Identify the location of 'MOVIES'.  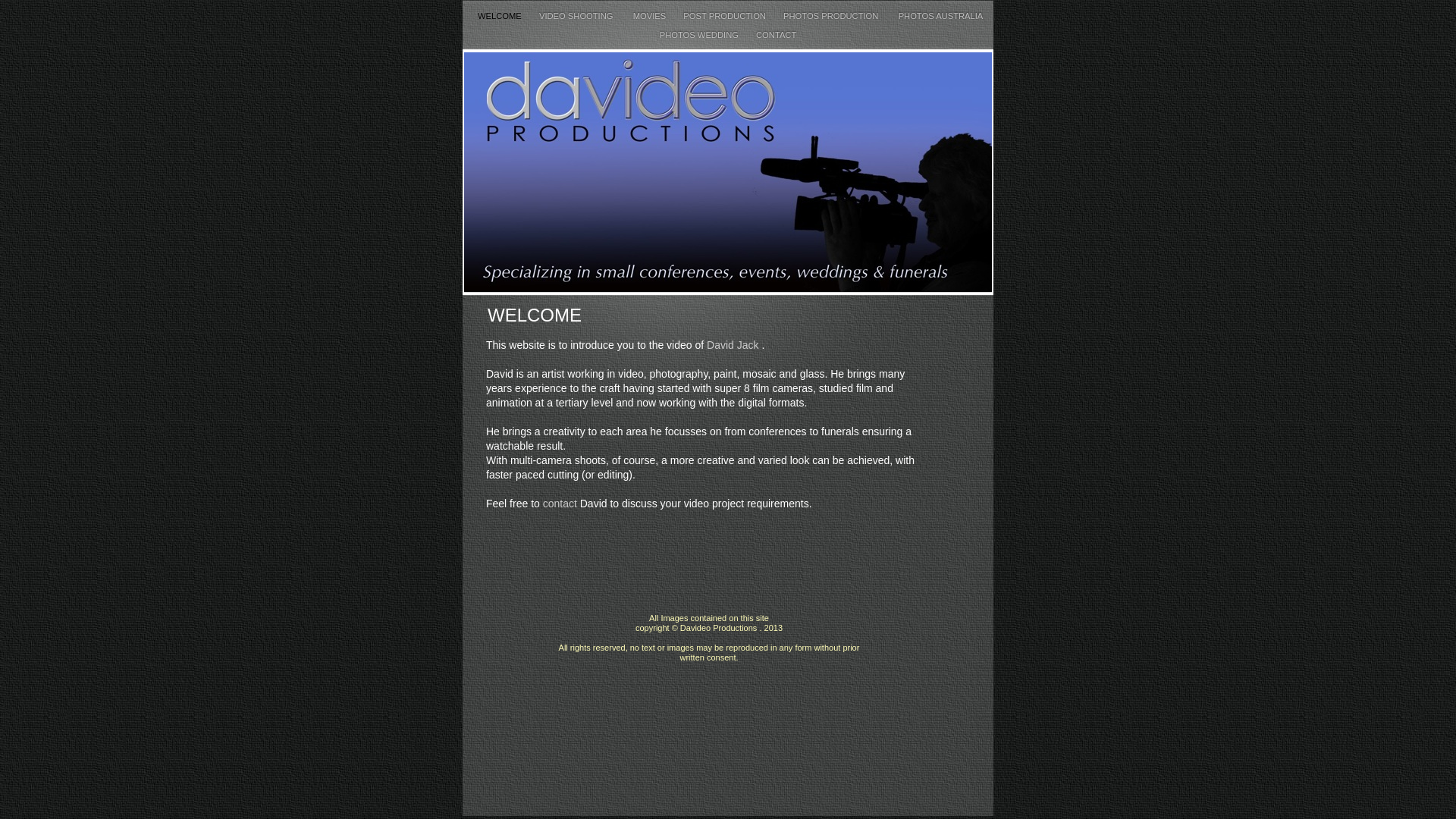
(651, 15).